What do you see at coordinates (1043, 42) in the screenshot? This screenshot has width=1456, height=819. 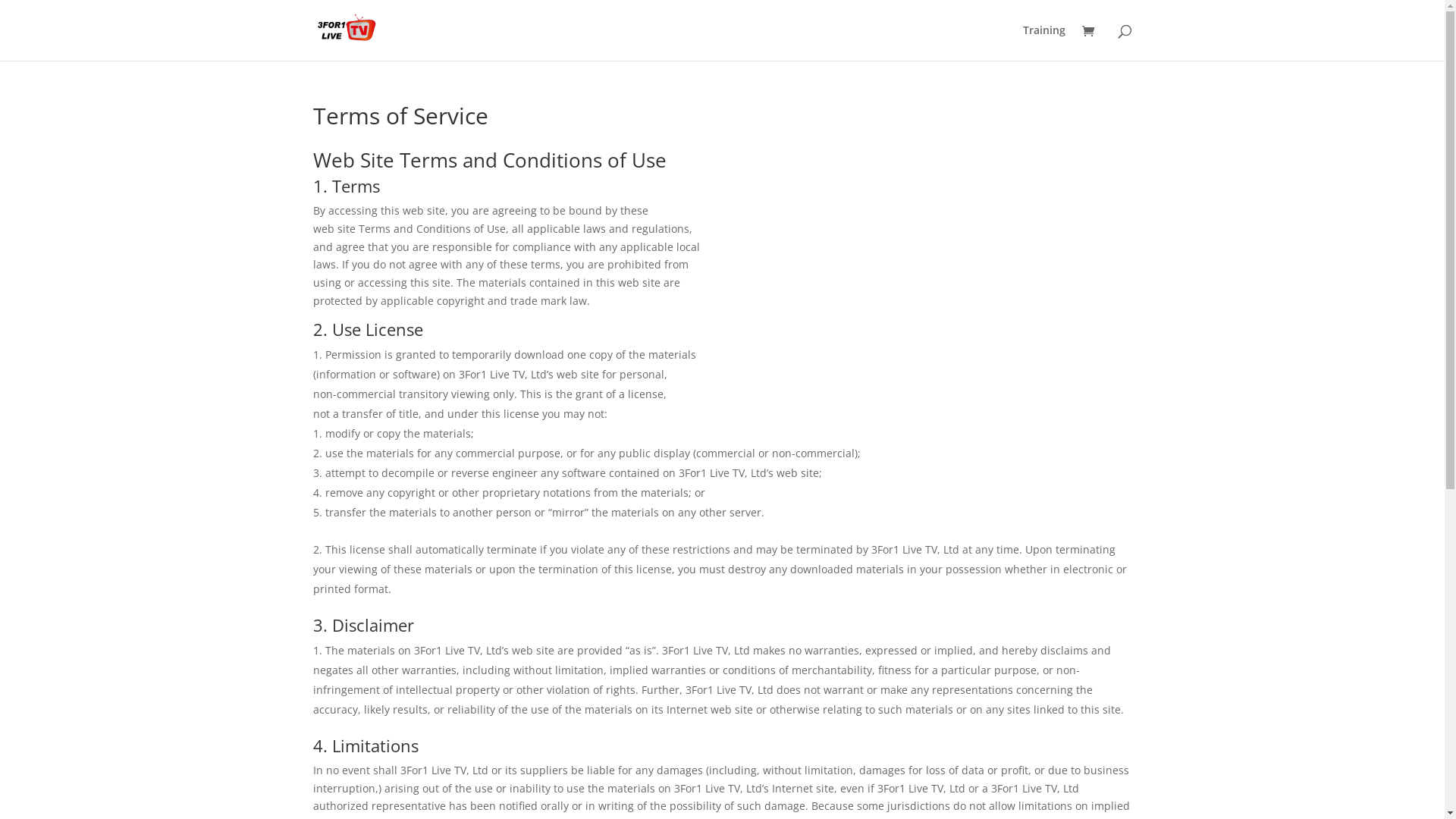 I see `'Training'` at bounding box center [1043, 42].